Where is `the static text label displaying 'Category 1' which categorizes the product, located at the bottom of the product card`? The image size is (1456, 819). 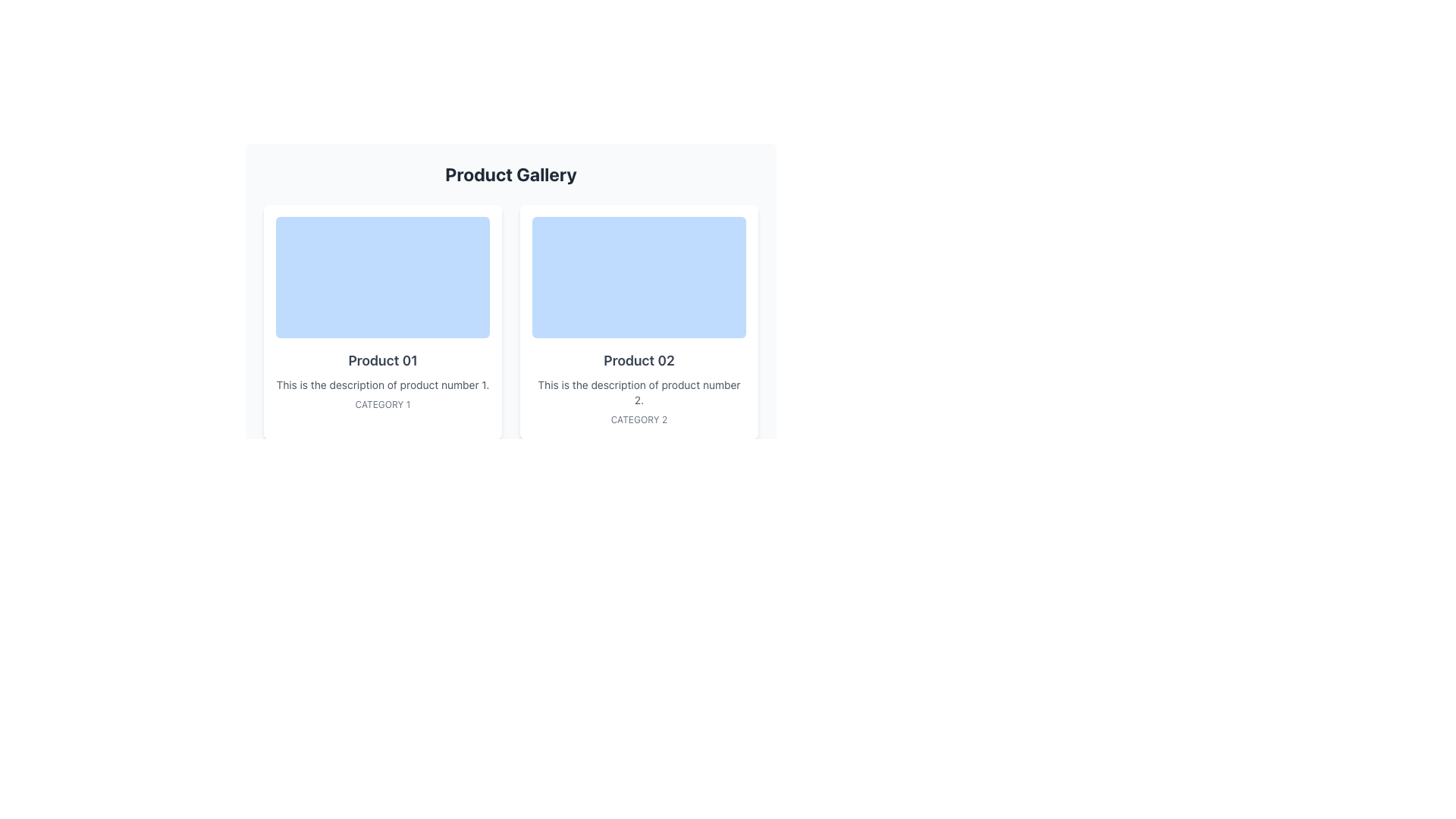
the static text label displaying 'Category 1' which categorizes the product, located at the bottom of the product card is located at coordinates (382, 403).